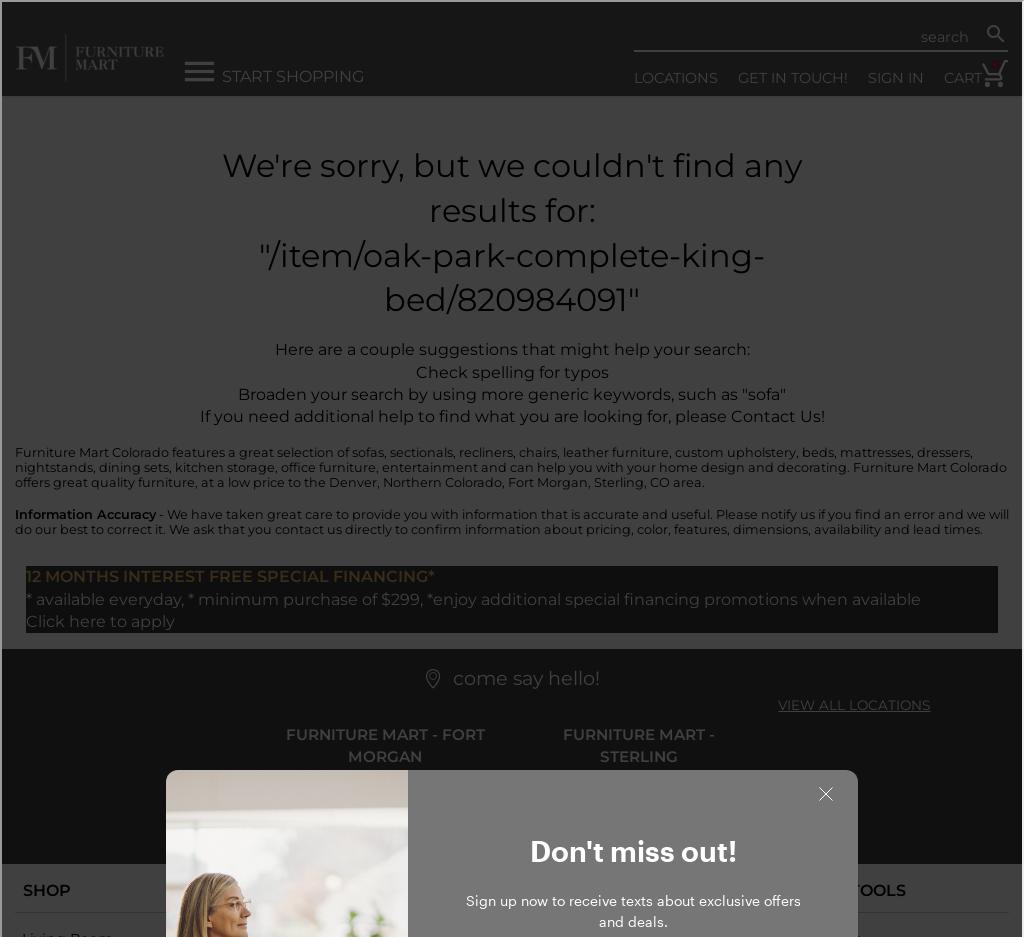 This screenshot has height=937, width=1024. Describe the element at coordinates (24, 597) in the screenshot. I see `'* available everyday, * minimum purchase of $299, *enjoy additional special financing promotions when available'` at that location.